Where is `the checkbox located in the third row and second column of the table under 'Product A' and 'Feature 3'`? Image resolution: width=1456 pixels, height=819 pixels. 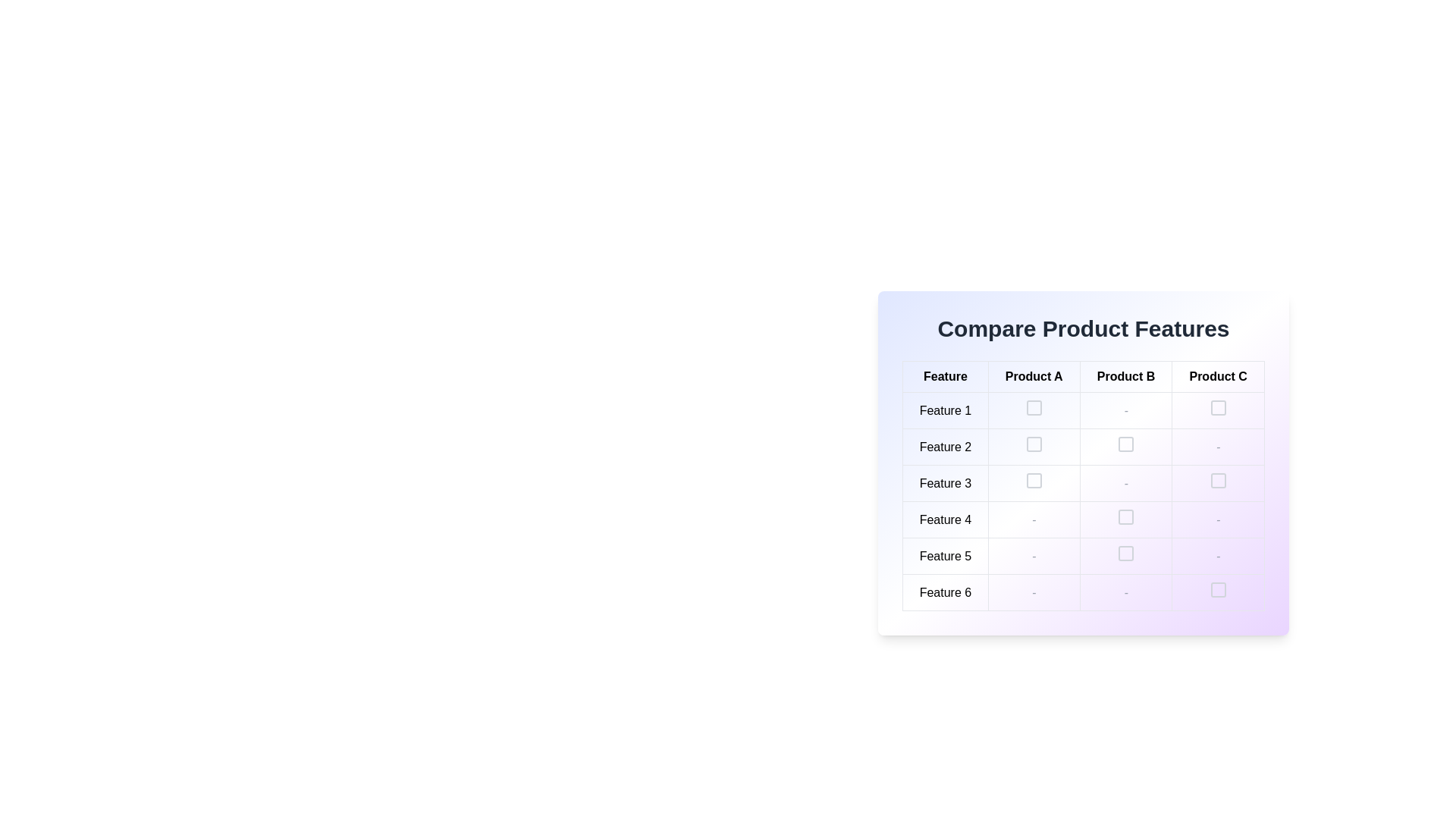
the checkbox located in the third row and second column of the table under 'Product A' and 'Feature 3' is located at coordinates (1033, 480).